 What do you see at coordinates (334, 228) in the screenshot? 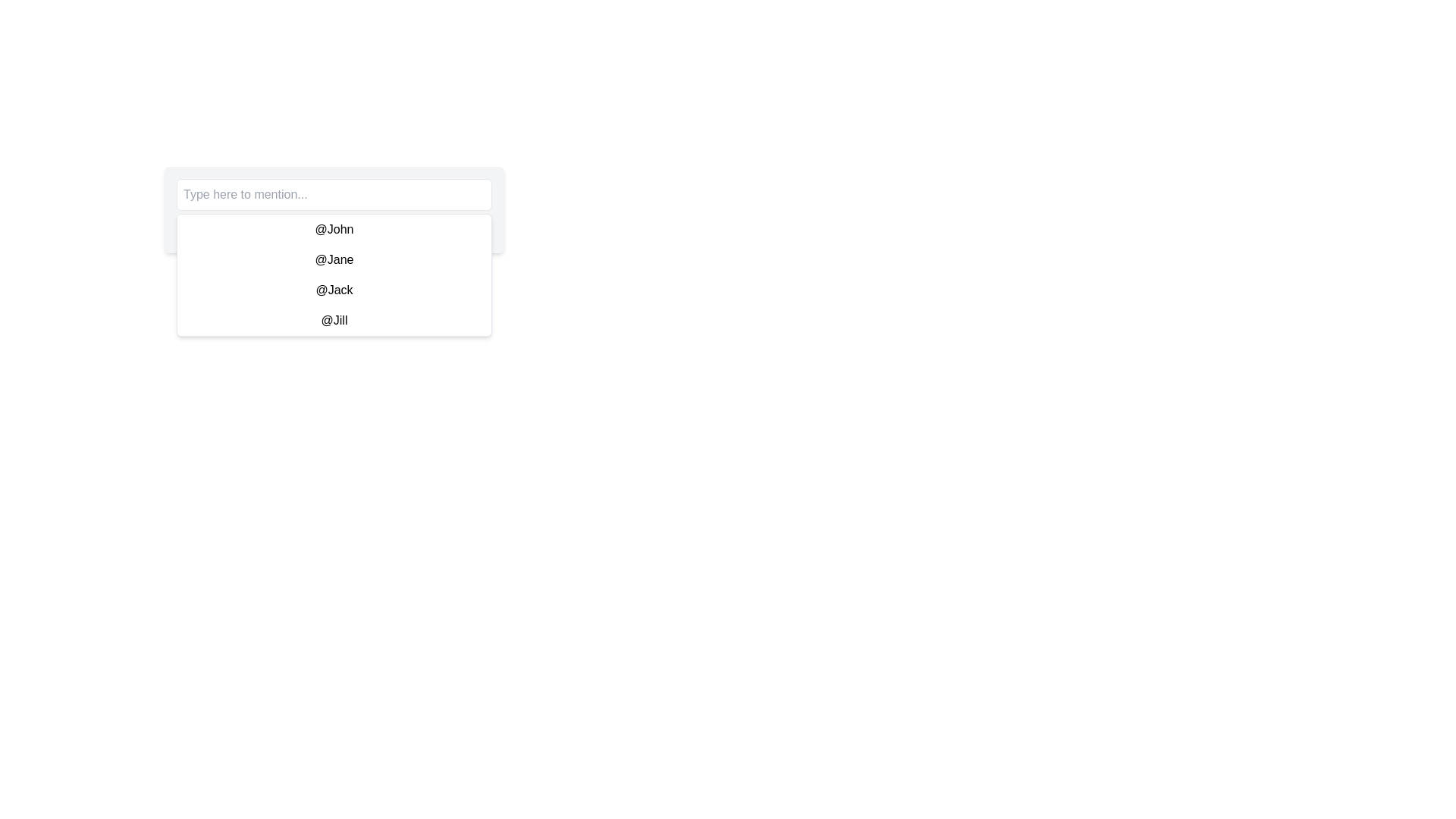
I see `the selectable list item representing the user named 'John'` at bounding box center [334, 228].